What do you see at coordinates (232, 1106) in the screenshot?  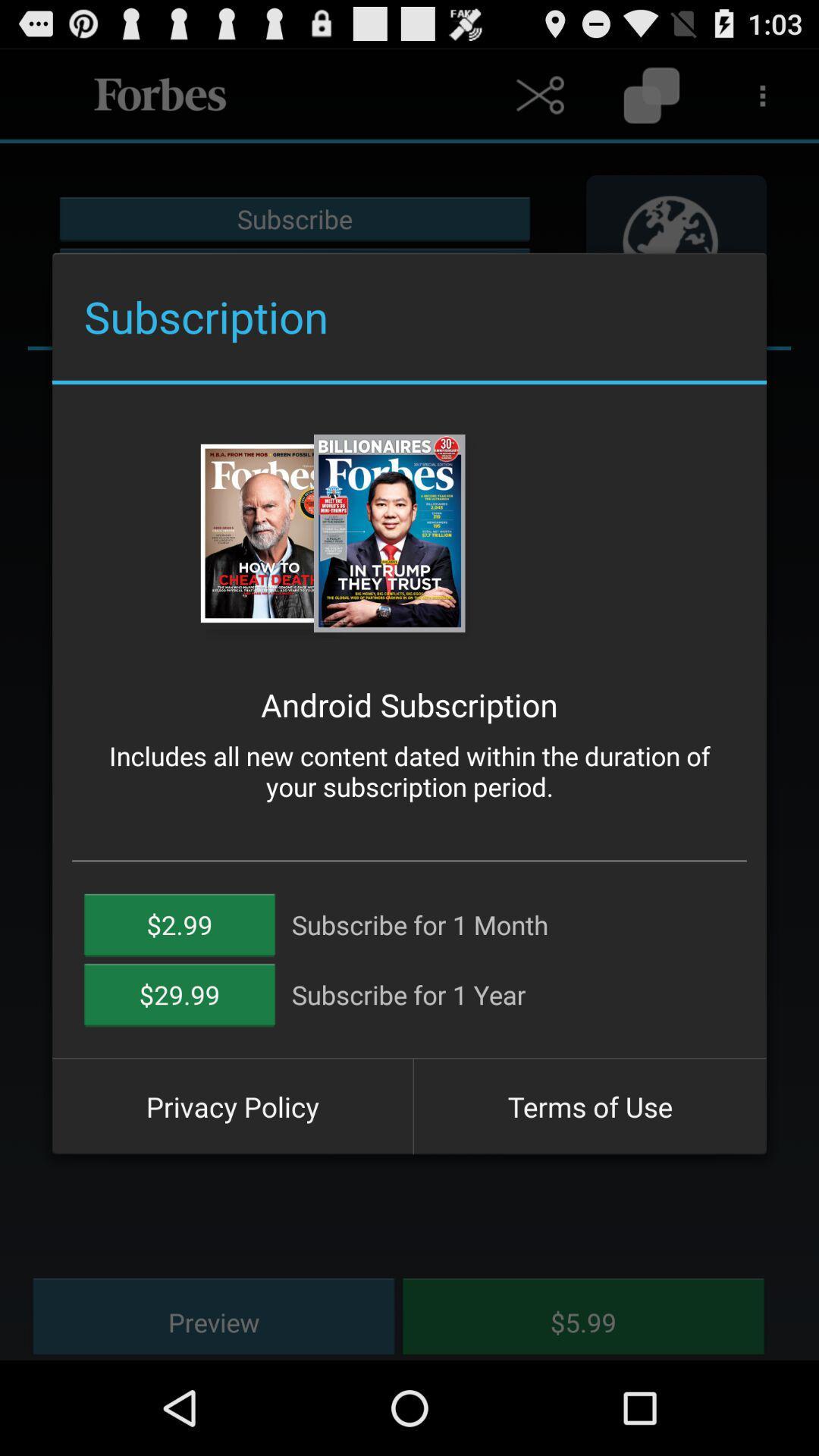 I see `the privacy policy icon` at bounding box center [232, 1106].